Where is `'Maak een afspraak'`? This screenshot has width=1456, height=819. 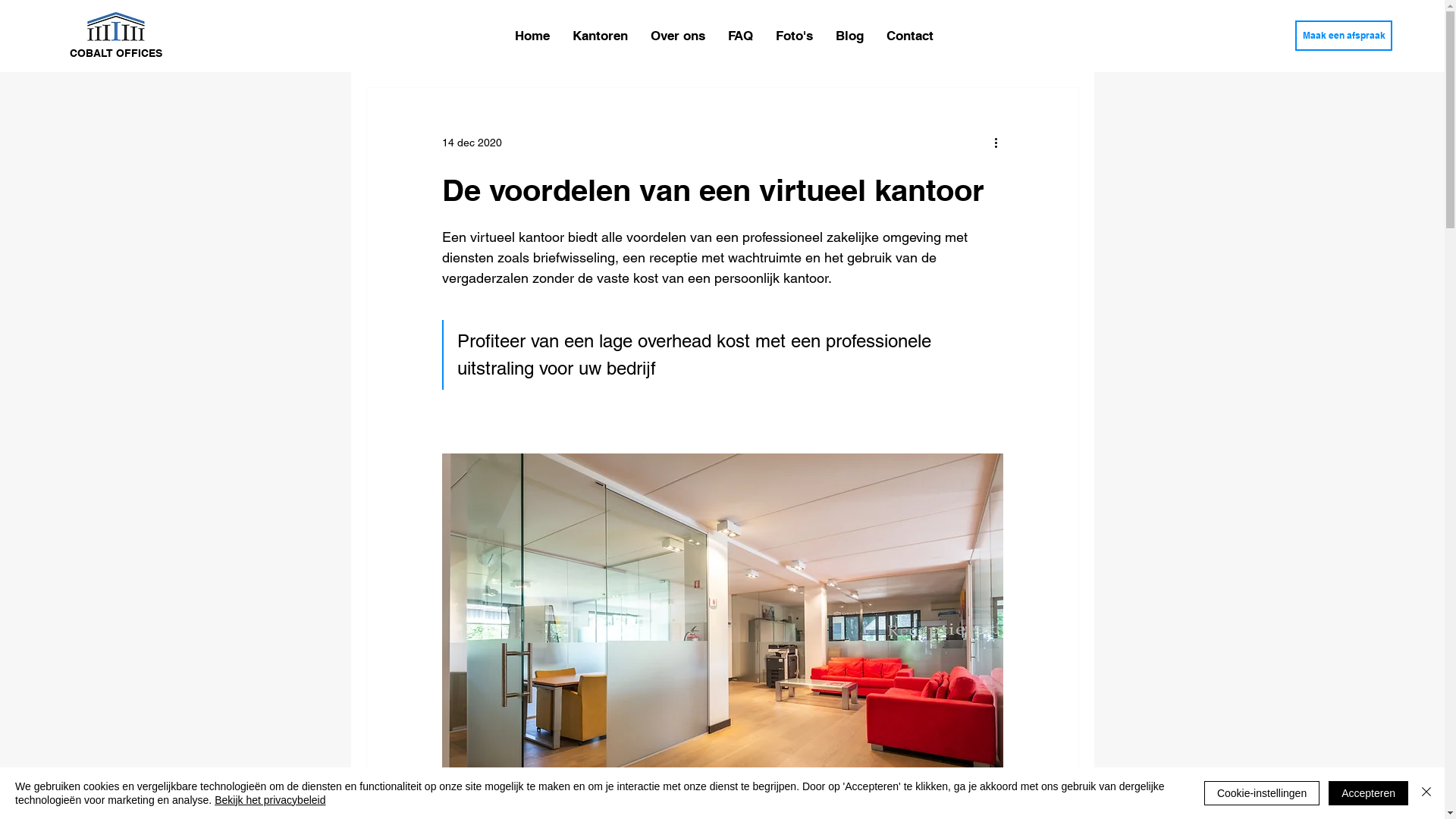 'Maak een afspraak' is located at coordinates (1294, 34).